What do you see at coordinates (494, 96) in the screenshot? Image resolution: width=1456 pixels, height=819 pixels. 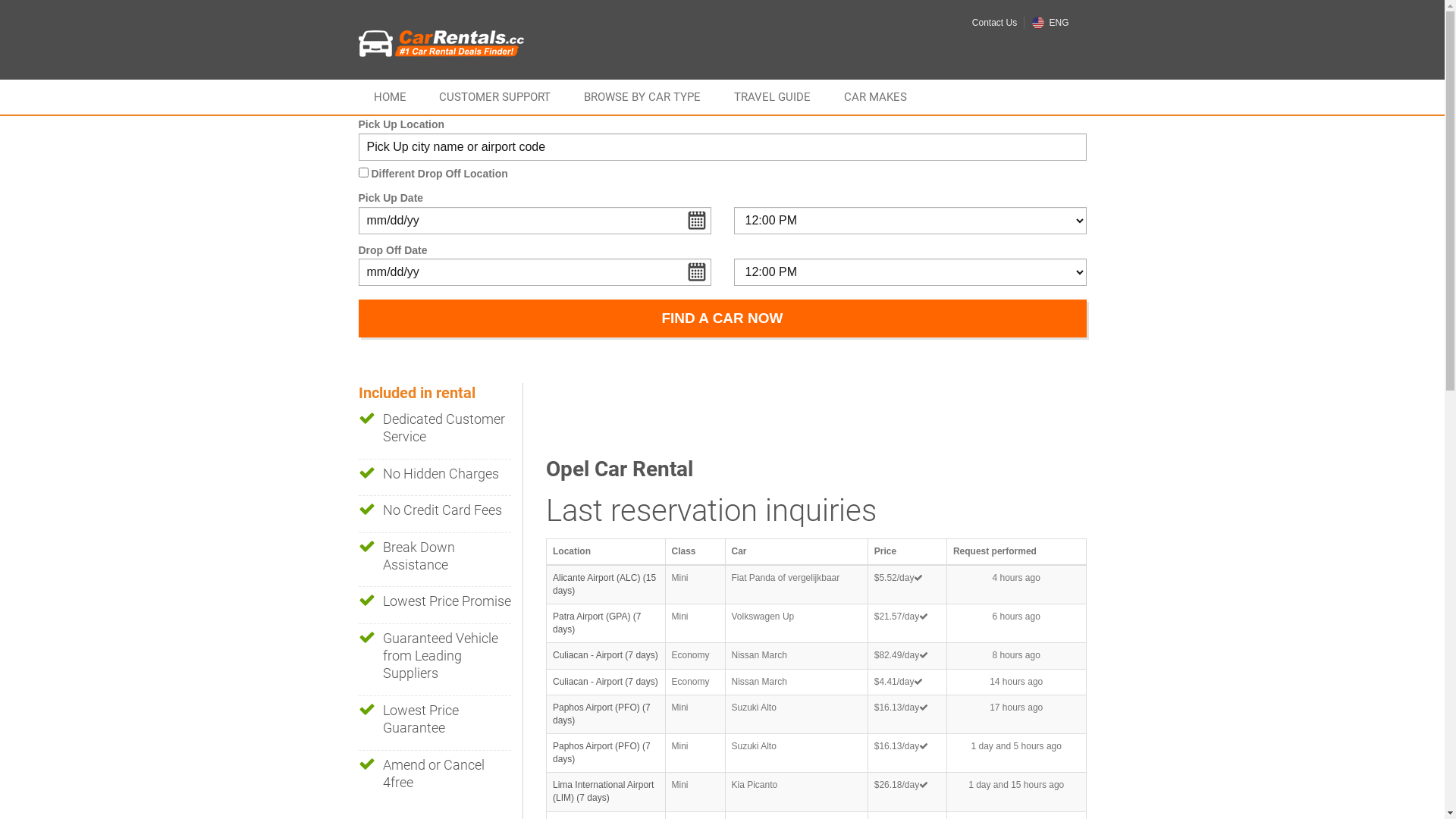 I see `'CUSTOMER SUPPORT'` at bounding box center [494, 96].